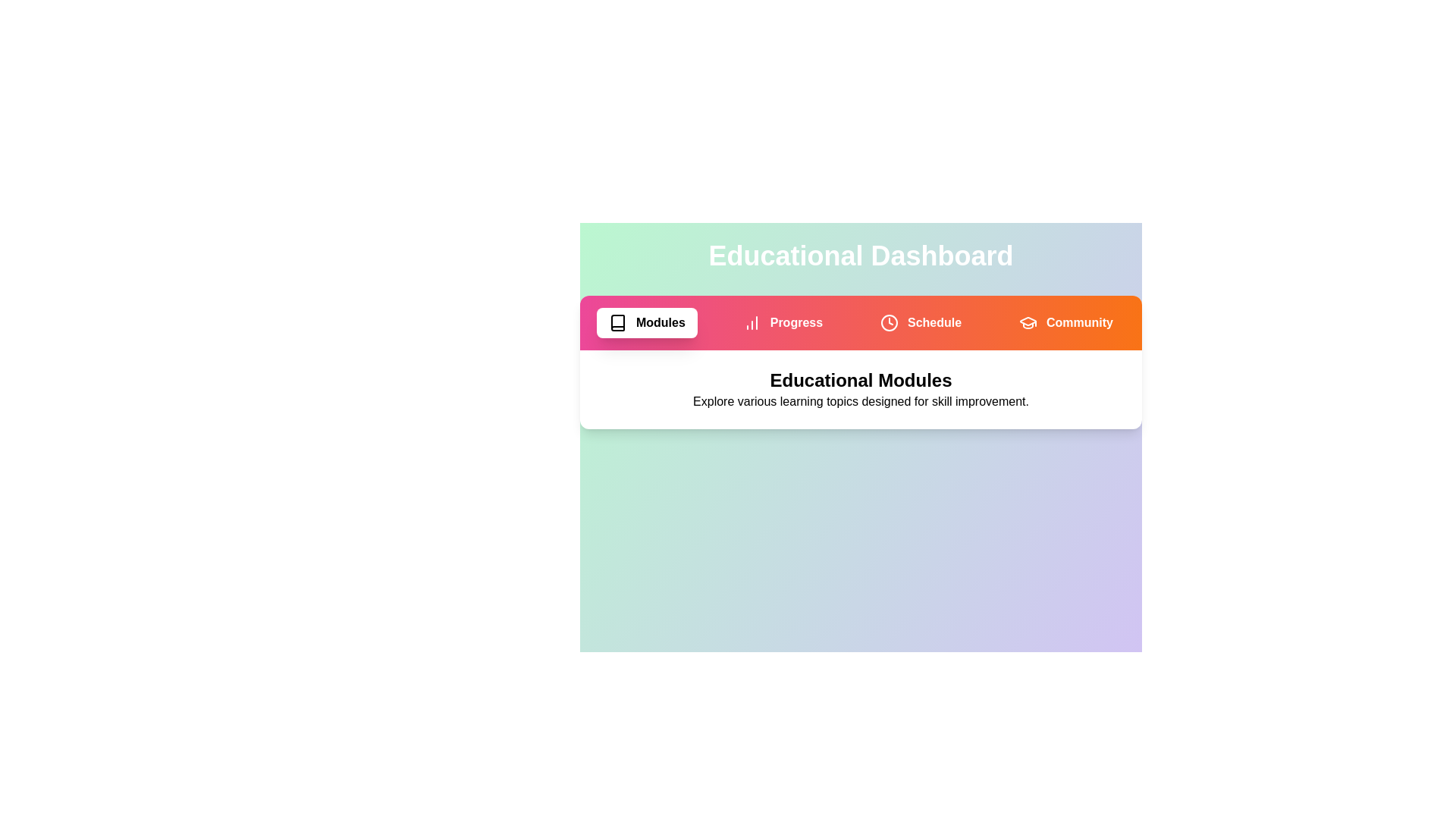 This screenshot has height=819, width=1456. I want to click on the 'Modules' icon located in the top-left corner of the menu bar, which assists in navigation to the Modules section, so click(617, 322).